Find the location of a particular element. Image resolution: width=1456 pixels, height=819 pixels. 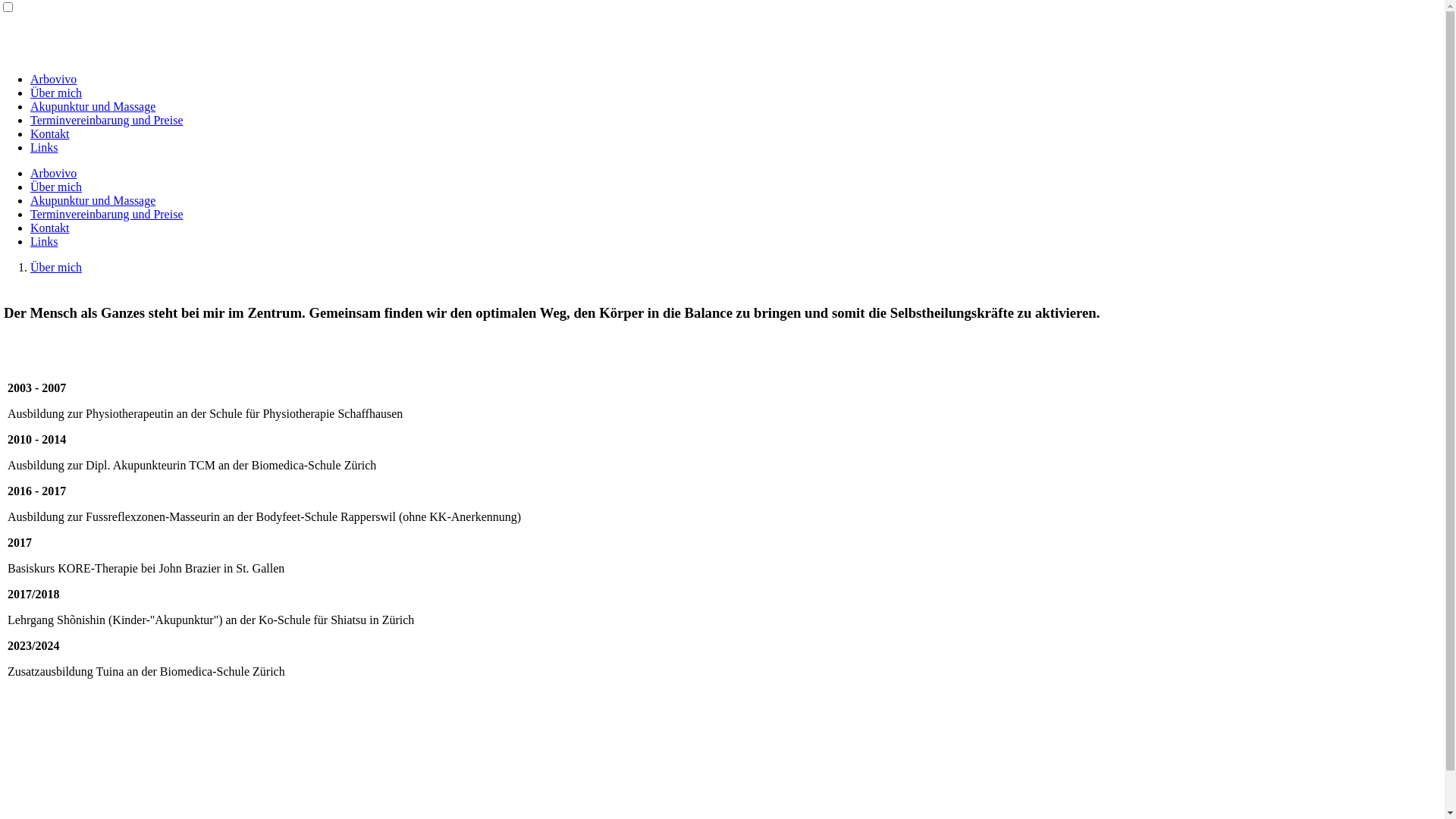

'Kontakt' is located at coordinates (50, 133).